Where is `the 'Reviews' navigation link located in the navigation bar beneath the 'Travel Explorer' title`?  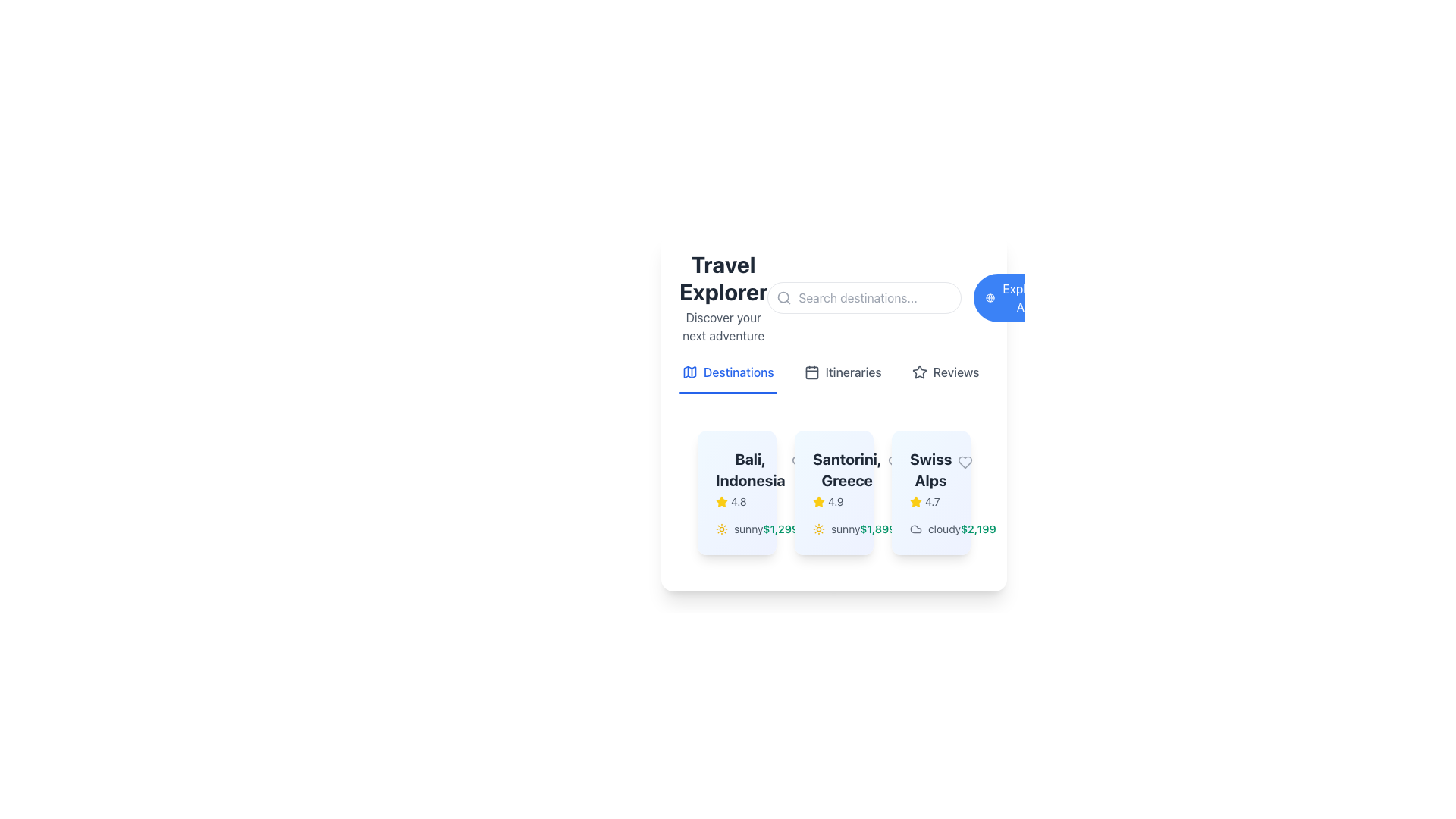 the 'Reviews' navigation link located in the navigation bar beneath the 'Travel Explorer' title is located at coordinates (945, 377).